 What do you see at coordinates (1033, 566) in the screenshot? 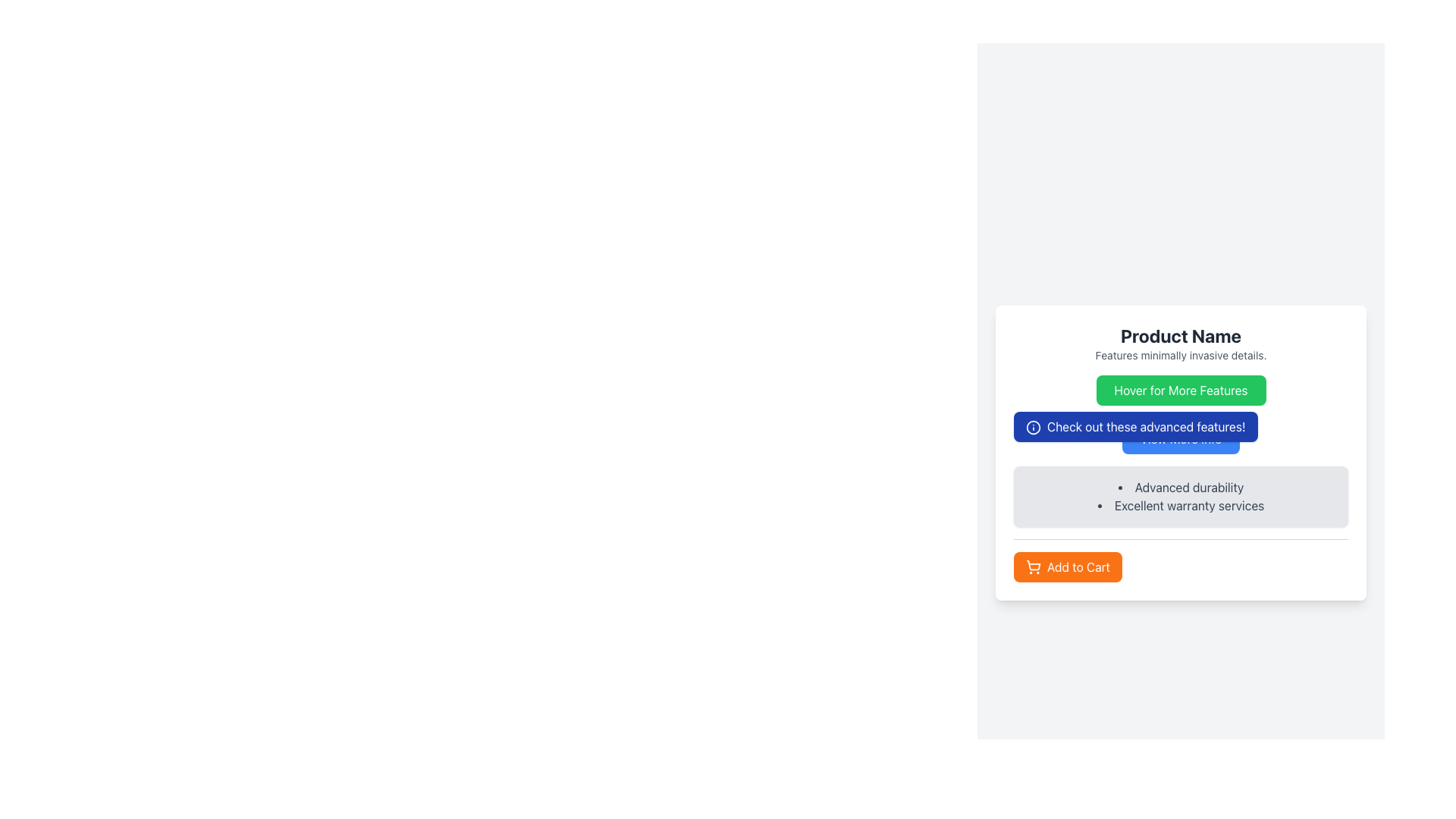
I see `the shopping cart icon embedded within the 'Add to Cart' button, which is styled in white against an orange background and located at the bottom of the interface` at bounding box center [1033, 566].